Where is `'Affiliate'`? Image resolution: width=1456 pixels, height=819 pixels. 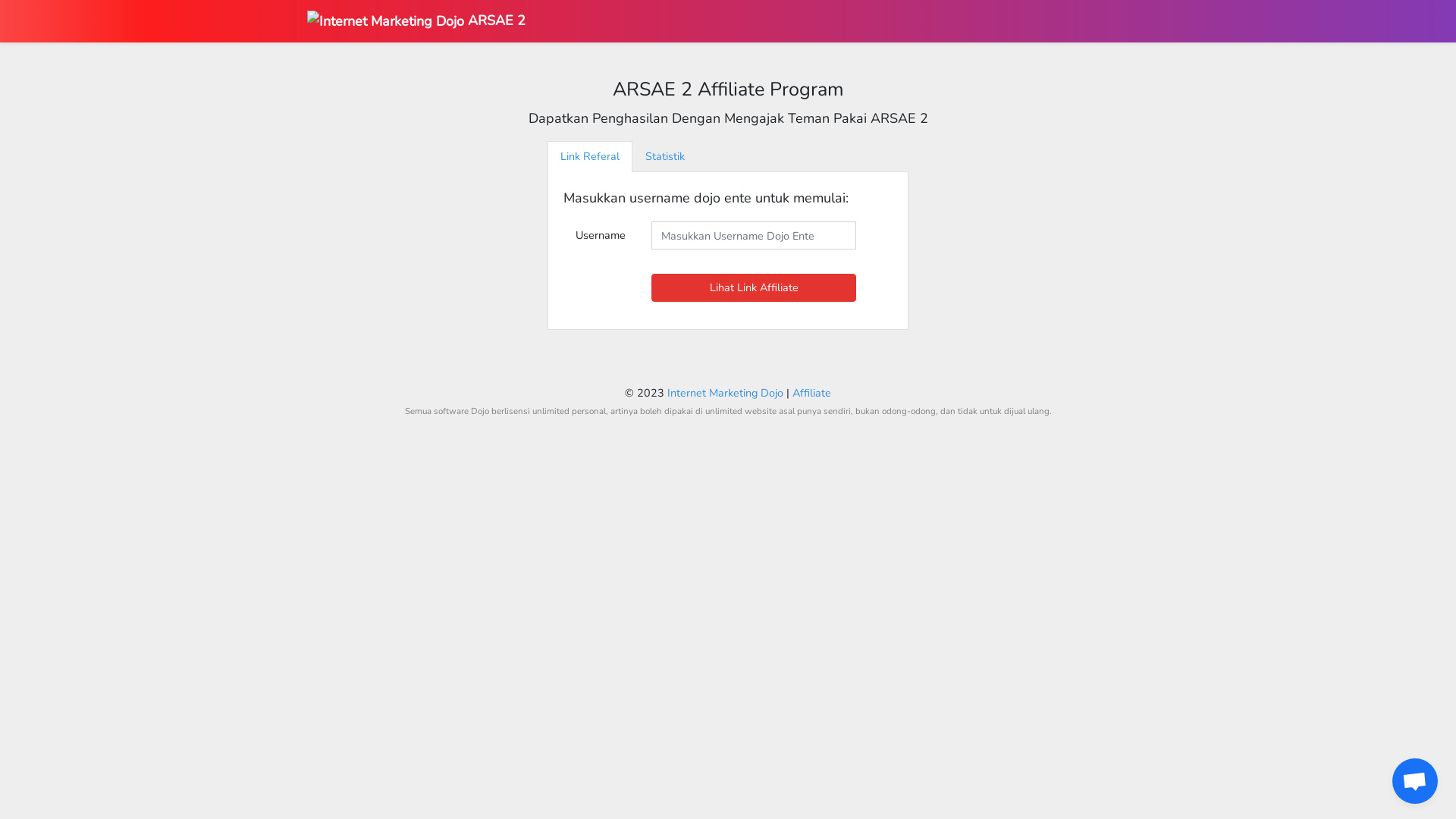
'Affiliate' is located at coordinates (811, 391).